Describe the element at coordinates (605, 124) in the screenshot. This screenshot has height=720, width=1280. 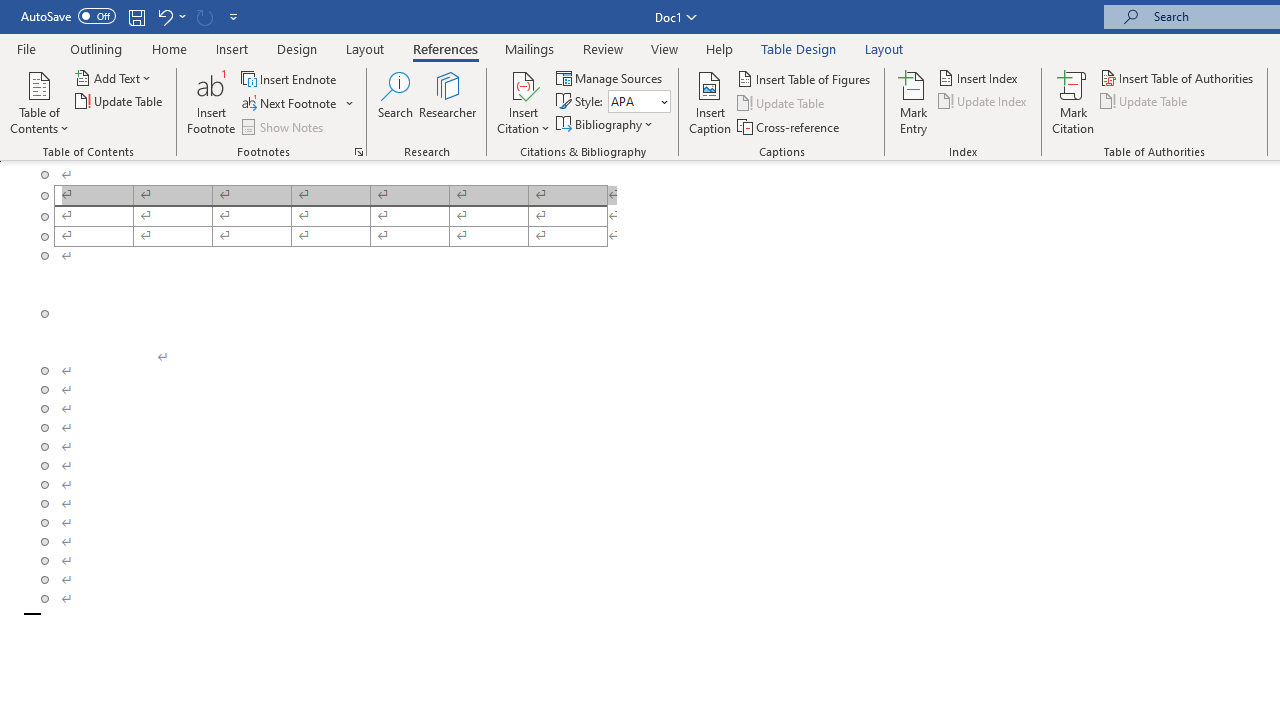
I see `'Bibliography'` at that location.